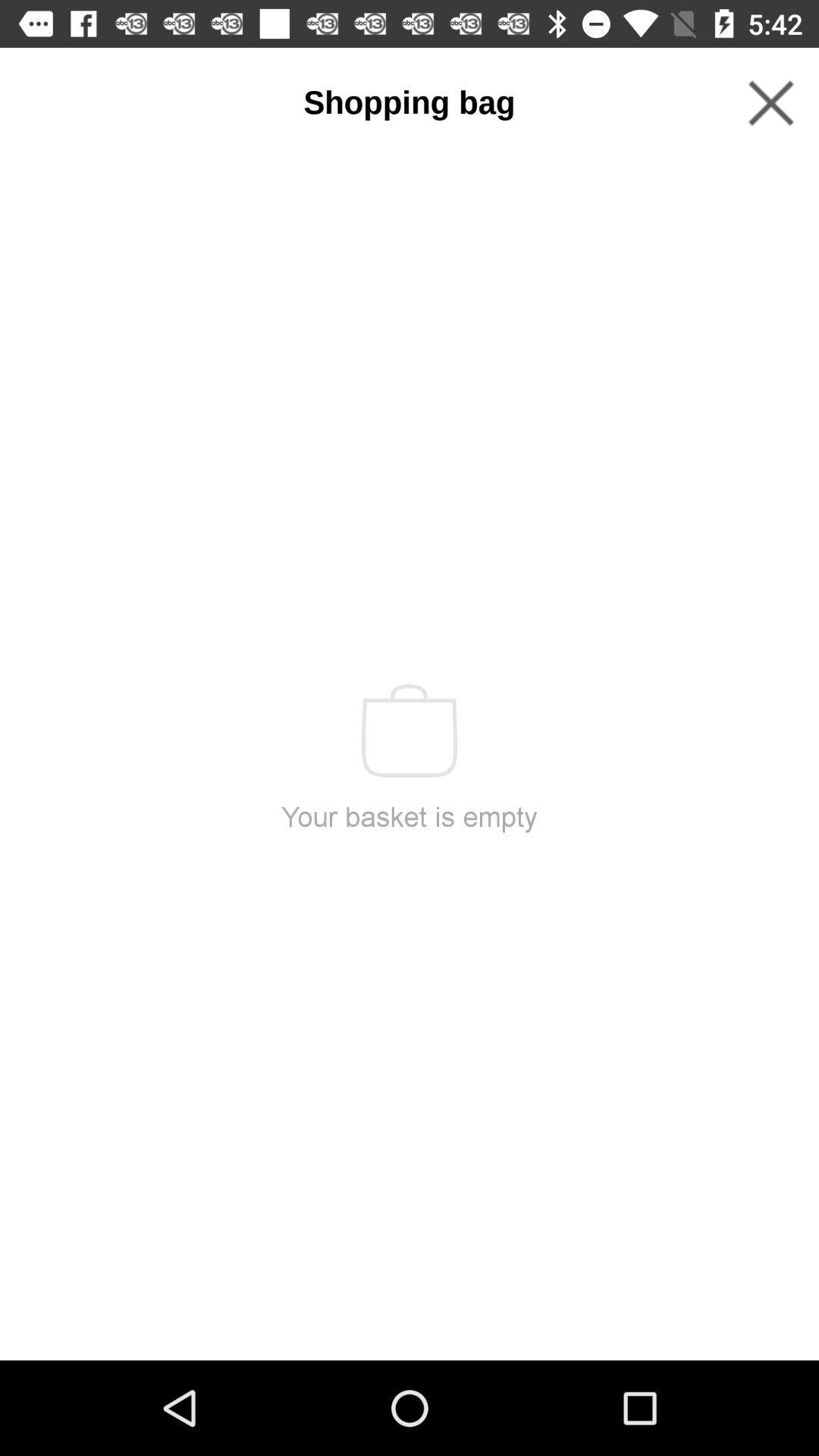 The width and height of the screenshot is (819, 1456). Describe the element at coordinates (771, 102) in the screenshot. I see `the icon to the right of shopping bag` at that location.